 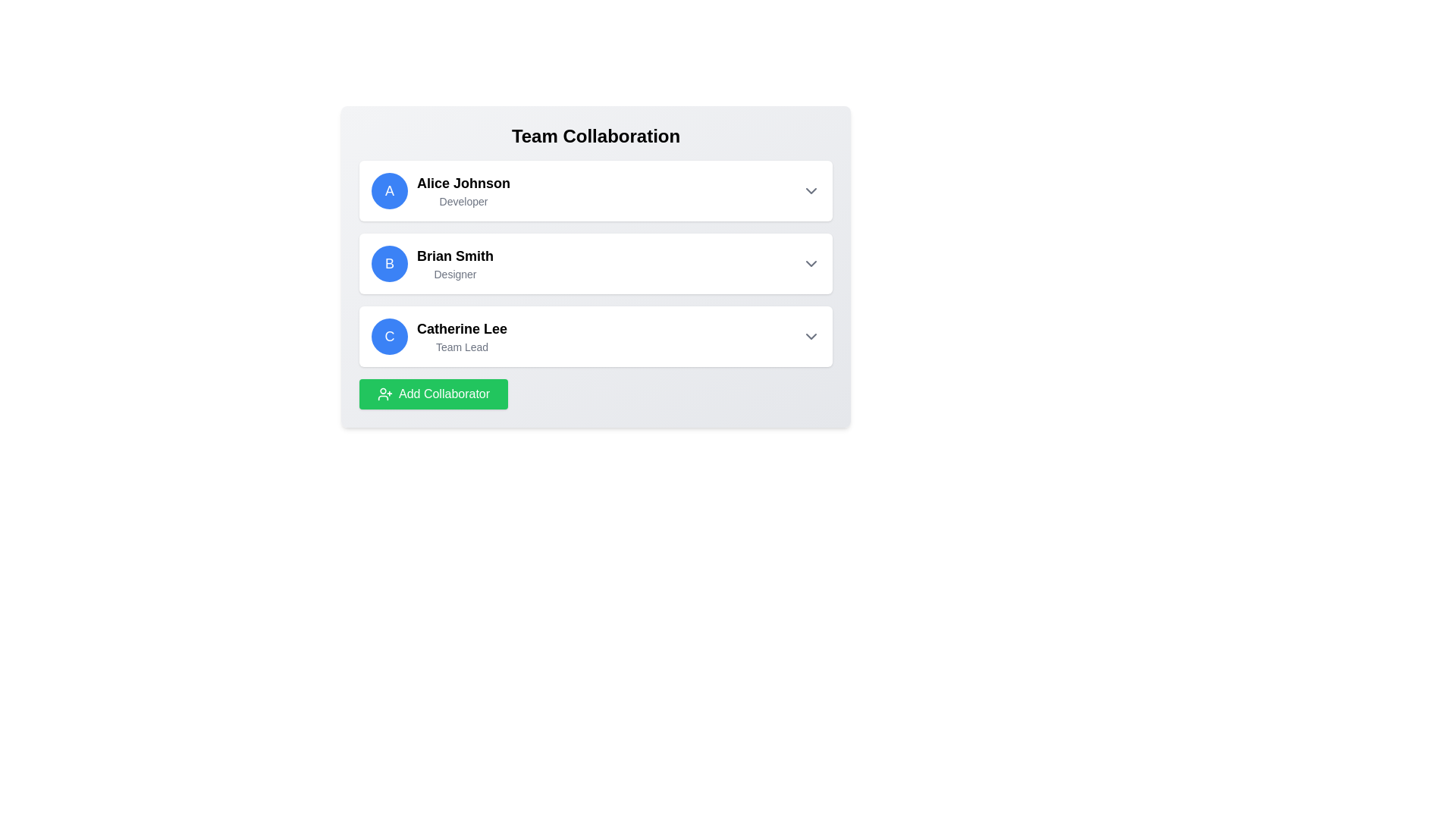 What do you see at coordinates (454, 275) in the screenshot?
I see `text on the title descriptor label located below the bold 'Brian Smith' text in the second user card under the 'Team Collaboration' section` at bounding box center [454, 275].